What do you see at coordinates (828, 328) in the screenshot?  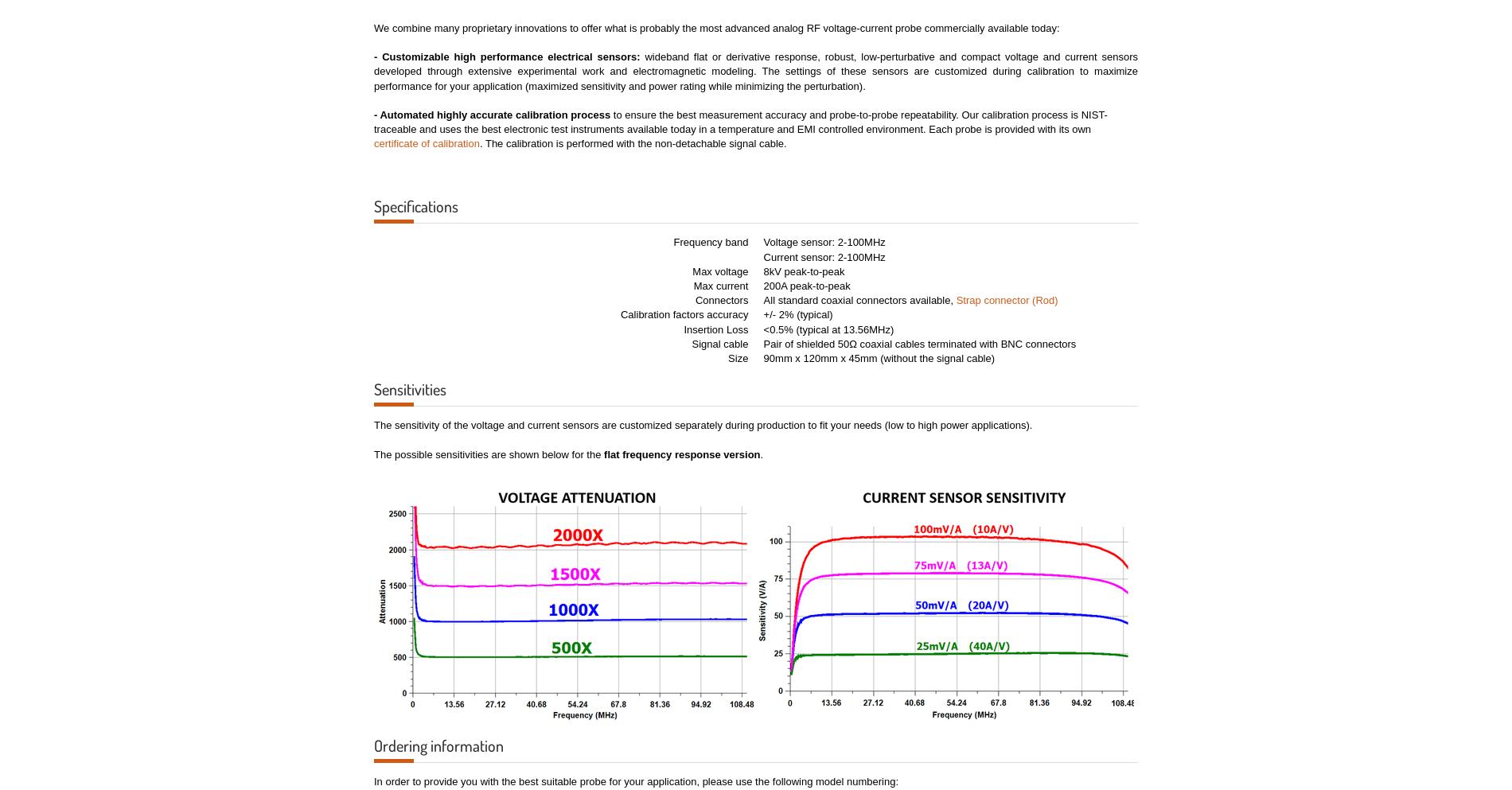 I see `'<0.5% (typical at 13.56MHz)'` at bounding box center [828, 328].